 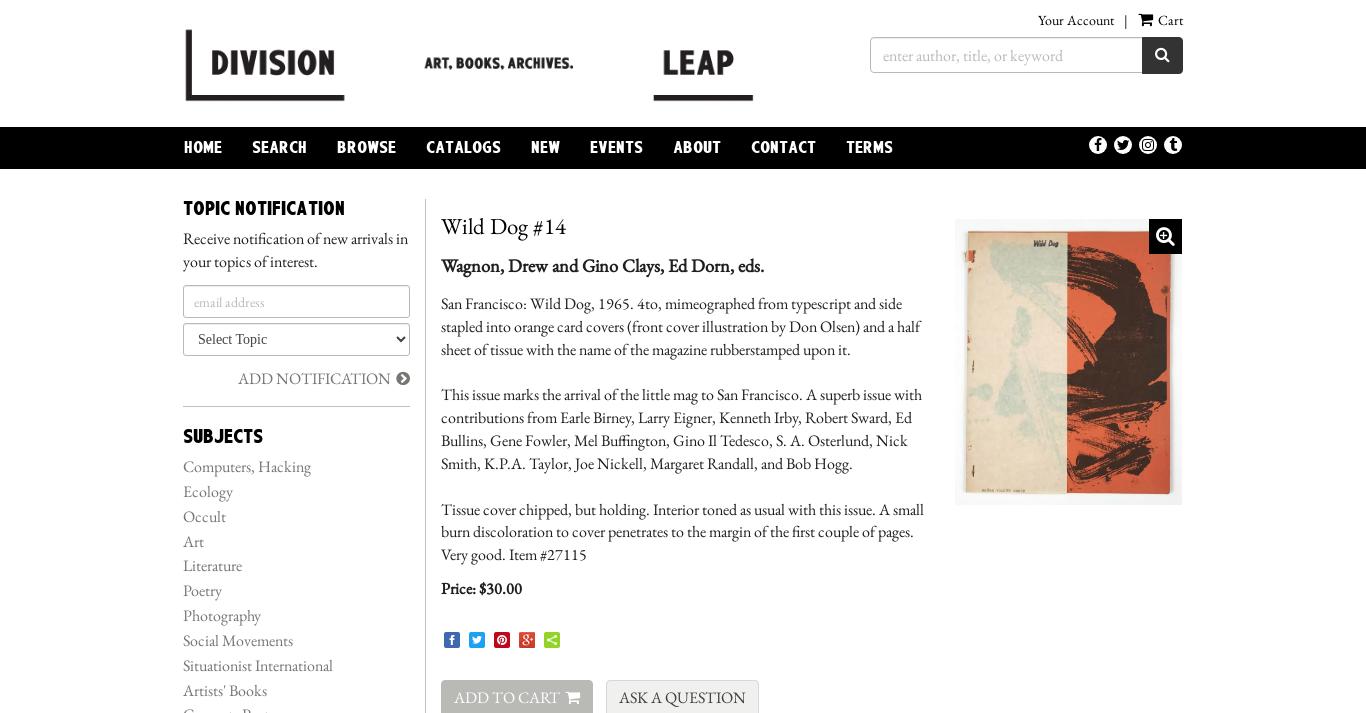 What do you see at coordinates (336, 147) in the screenshot?
I see `'Browse'` at bounding box center [336, 147].